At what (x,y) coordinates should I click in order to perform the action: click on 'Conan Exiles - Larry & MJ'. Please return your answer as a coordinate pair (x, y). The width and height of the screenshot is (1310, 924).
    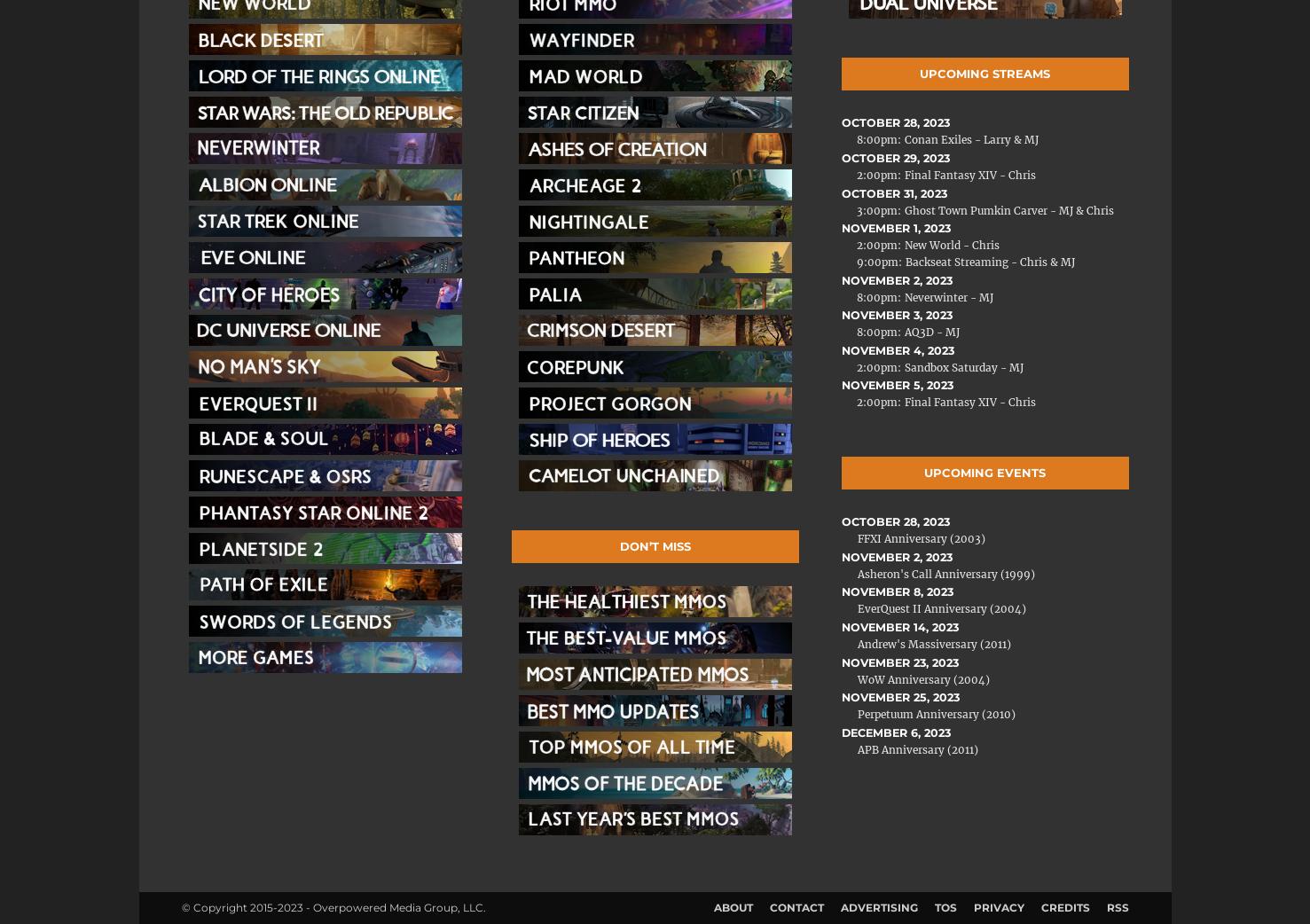
    Looking at the image, I should click on (970, 139).